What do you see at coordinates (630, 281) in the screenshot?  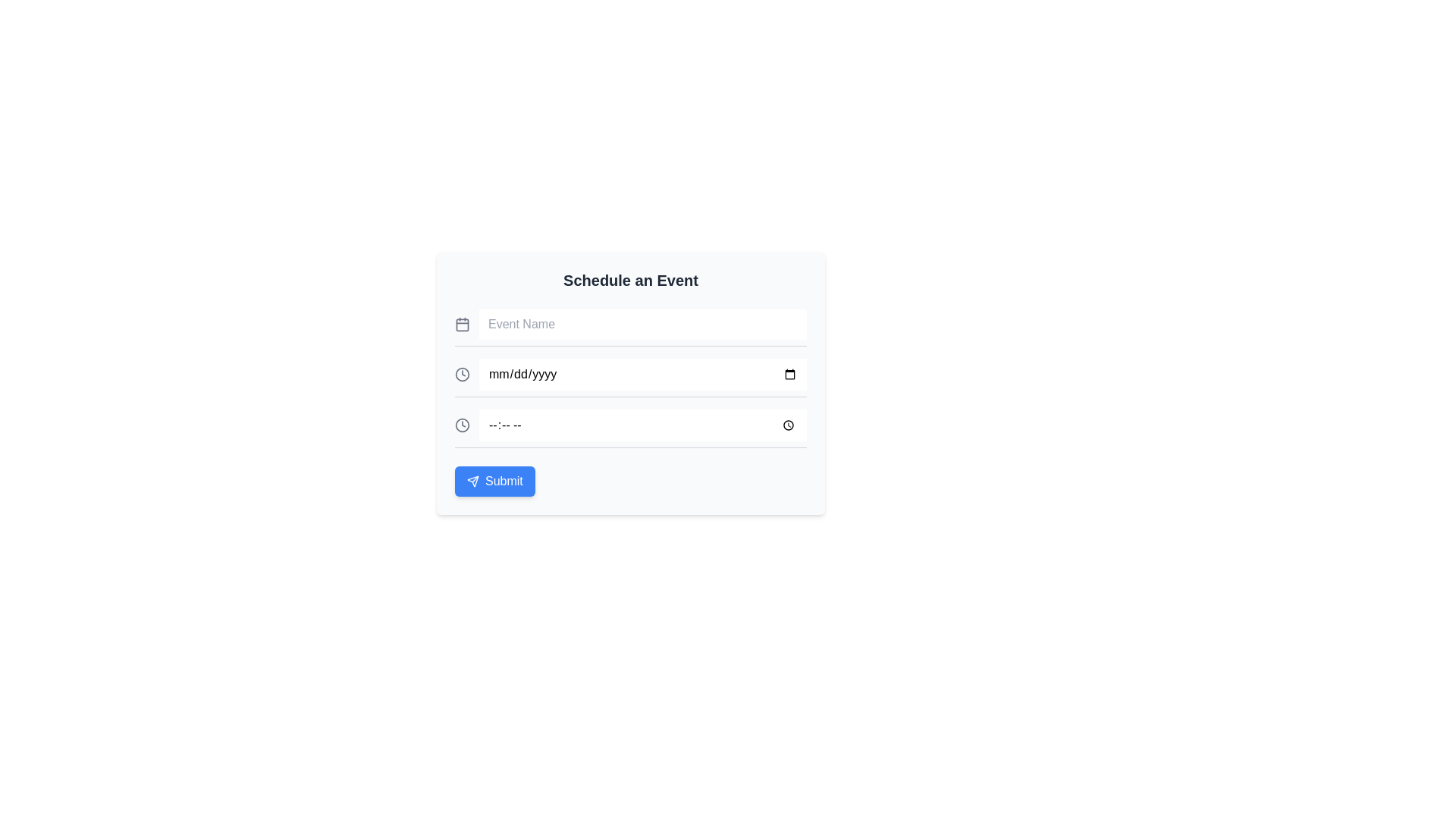 I see `title of the text-based heading styled in bold, larger size, and dark gray color, located at the top of the card-like element` at bounding box center [630, 281].